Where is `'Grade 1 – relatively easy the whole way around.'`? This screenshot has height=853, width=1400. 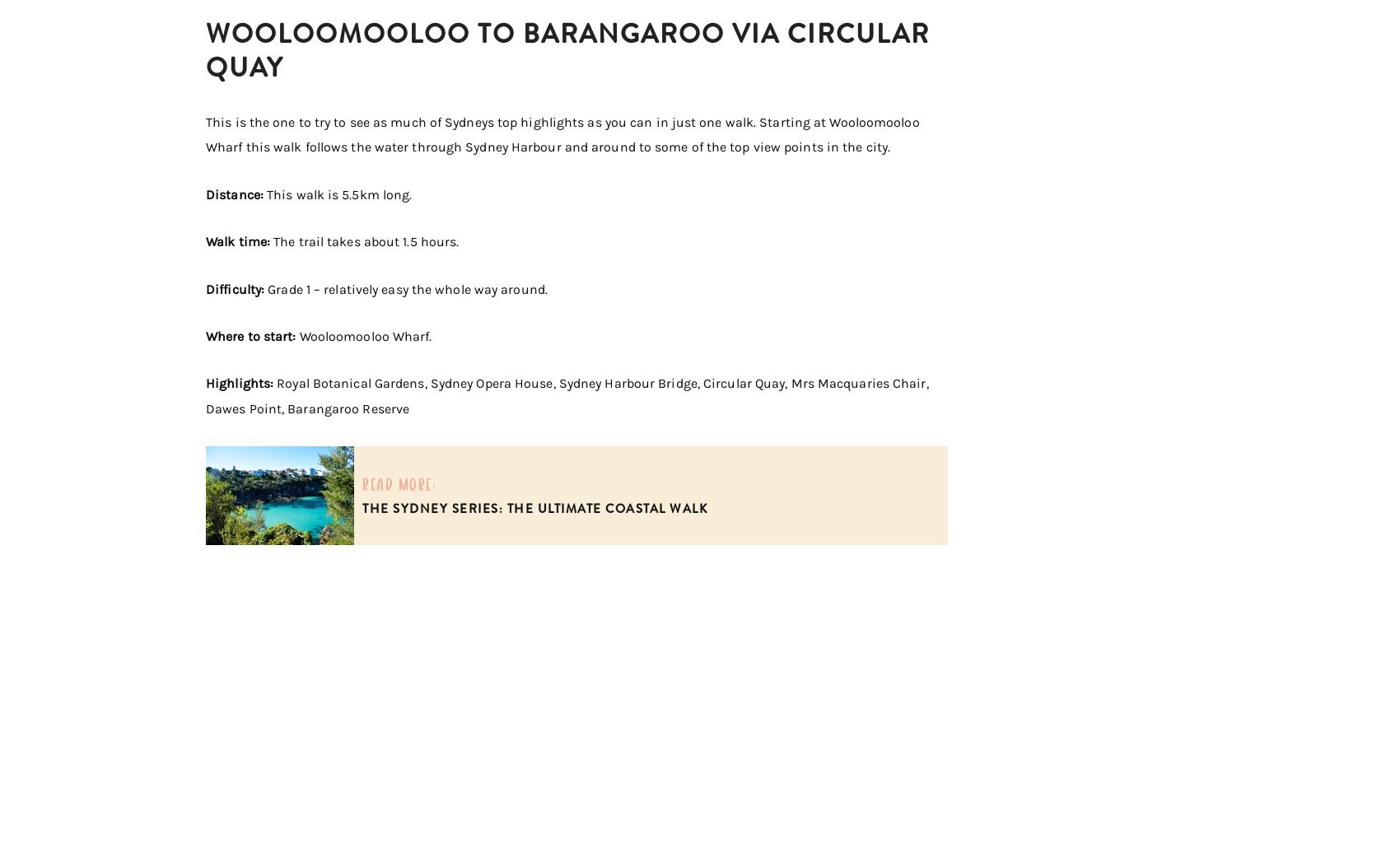
'Grade 1 – relatively easy the whole way around.' is located at coordinates (263, 288).